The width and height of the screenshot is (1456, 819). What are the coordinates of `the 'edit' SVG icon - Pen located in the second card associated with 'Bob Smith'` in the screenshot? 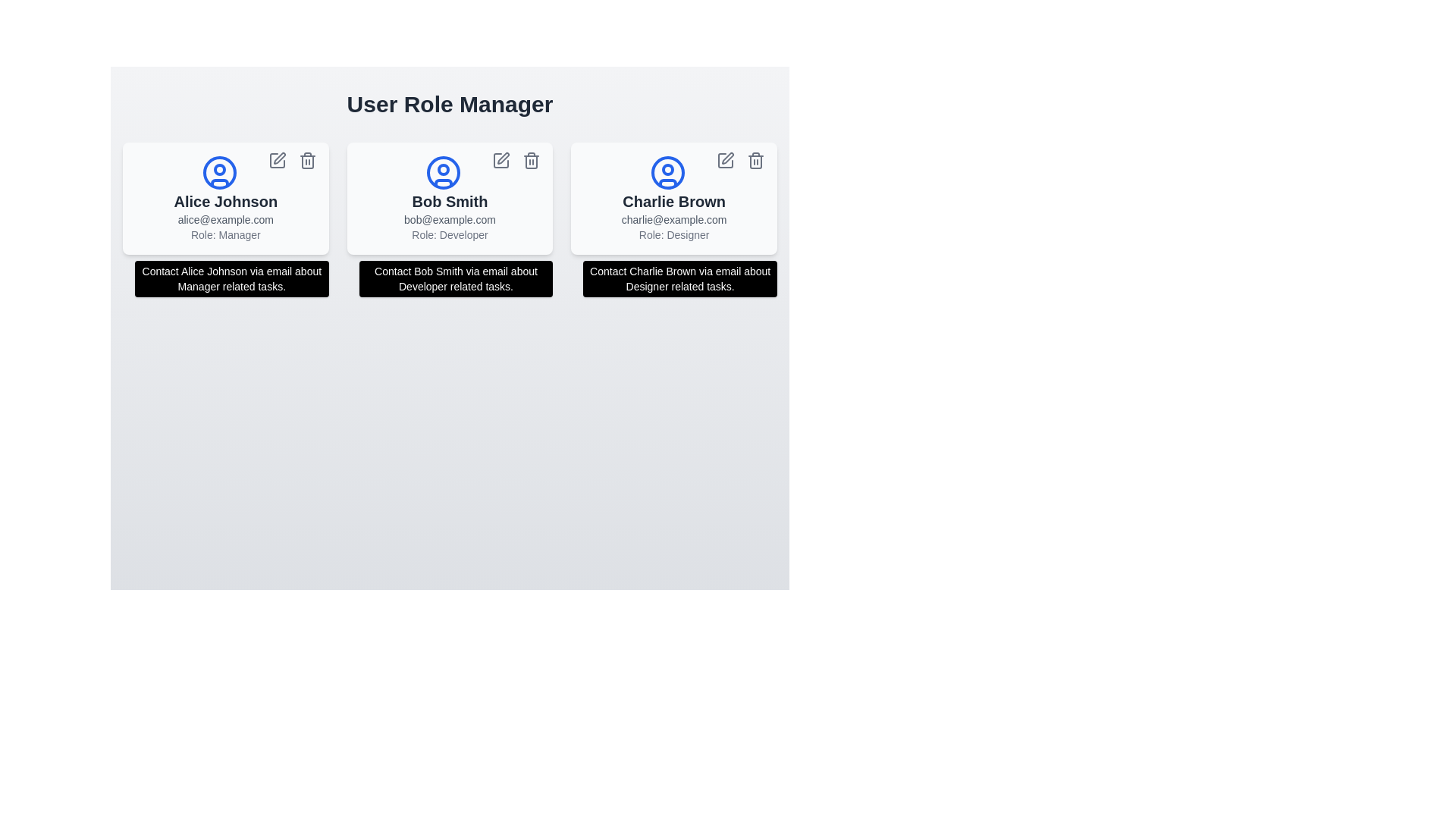 It's located at (503, 158).